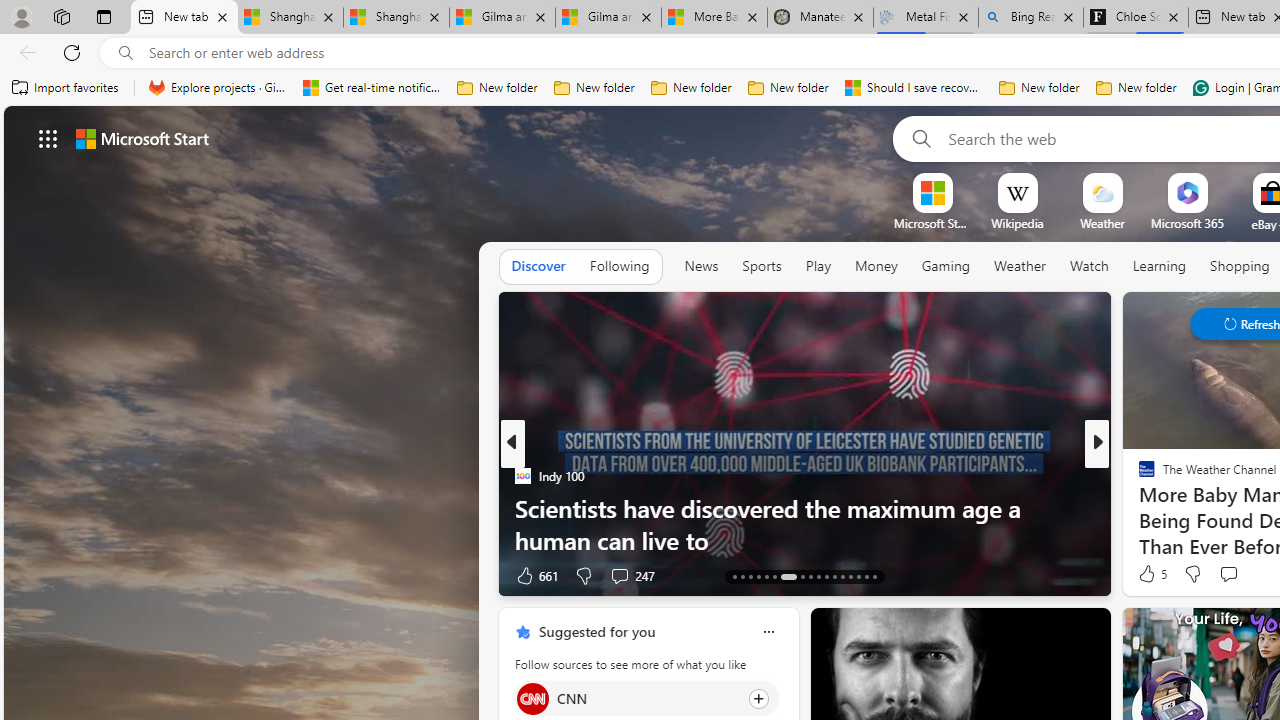  I want to click on 'Play', so click(817, 265).